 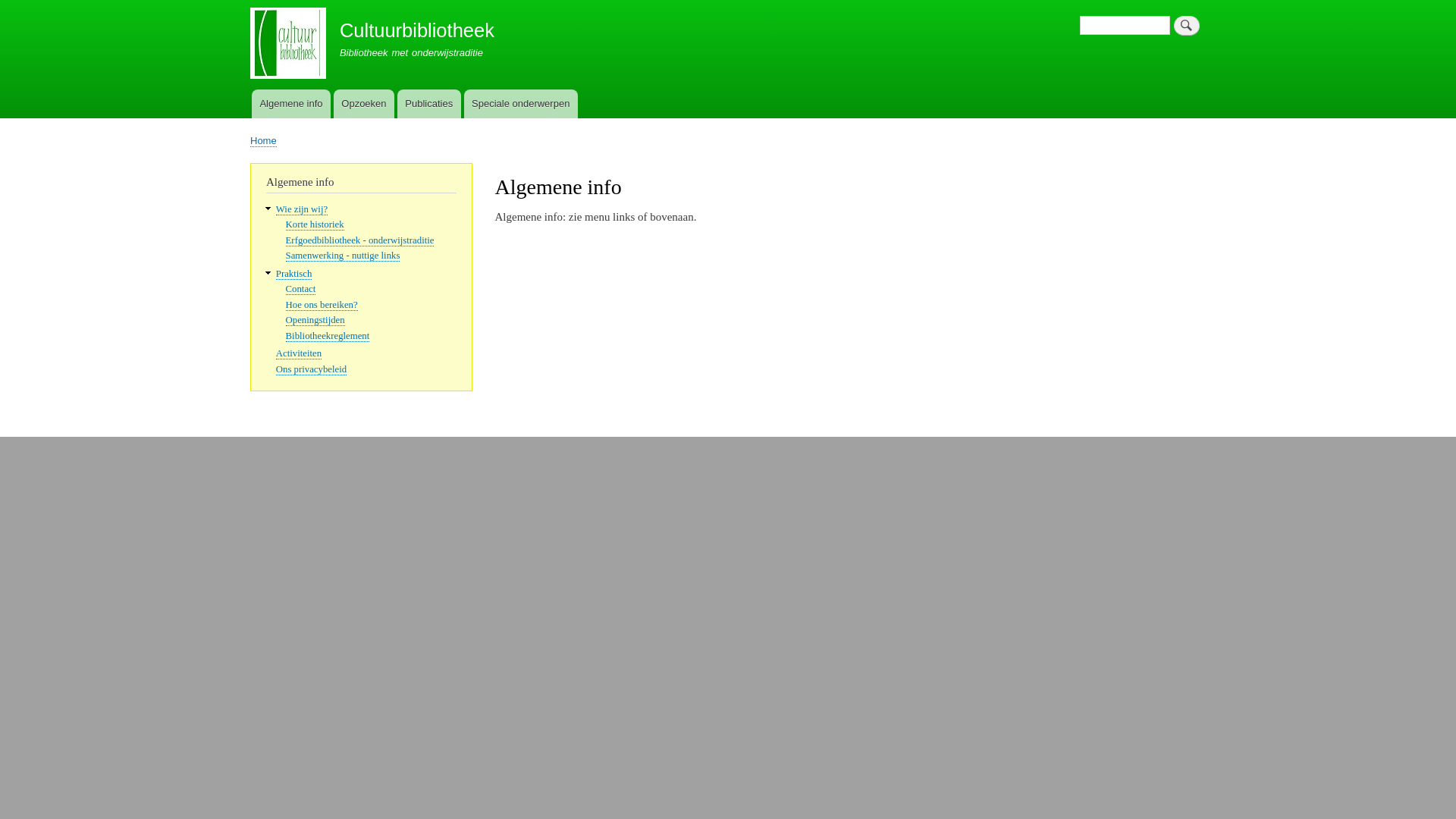 I want to click on 'Bibliotheekreglement', so click(x=327, y=335).